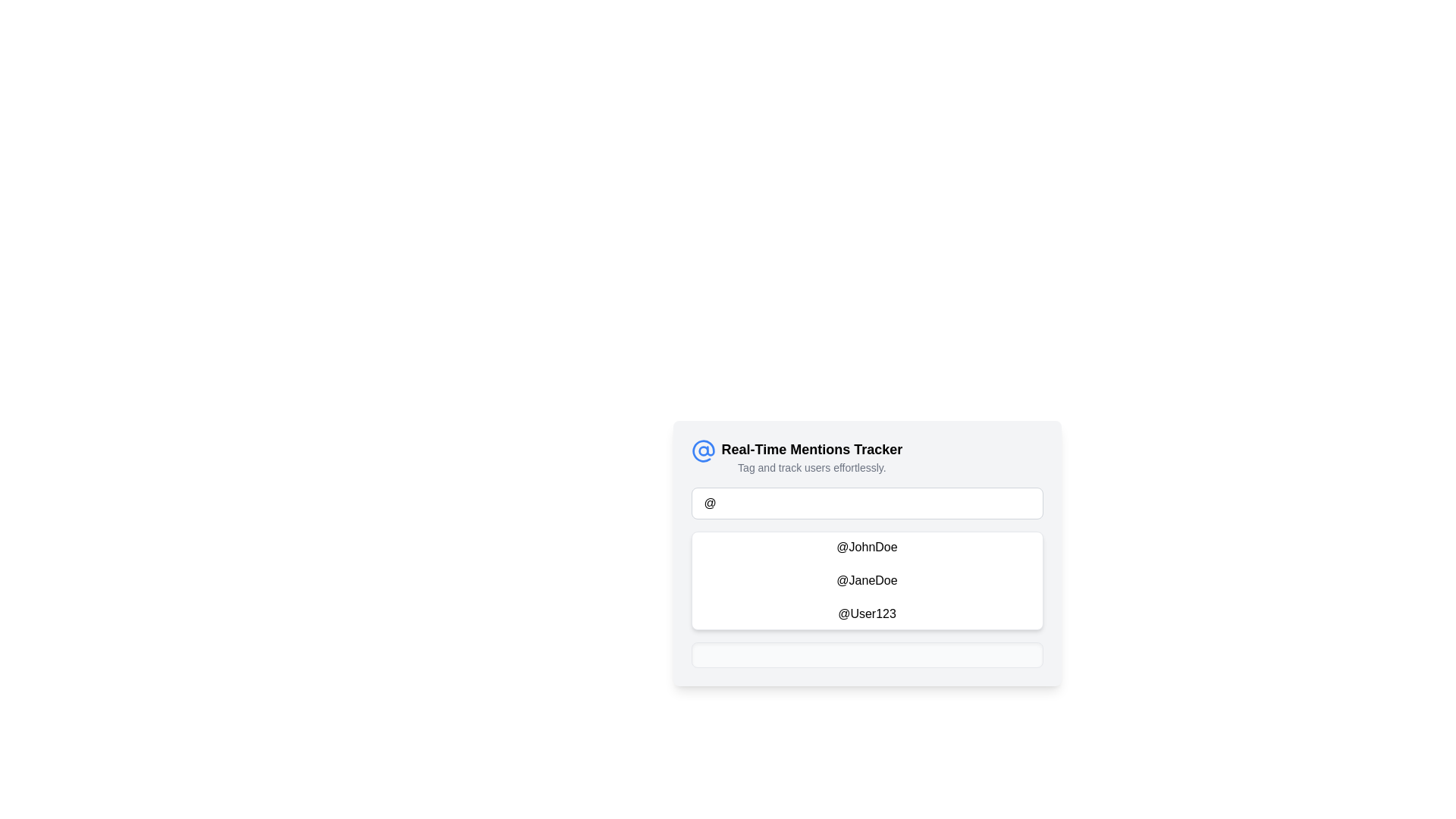  Describe the element at coordinates (867, 614) in the screenshot. I see `the text label displaying '@User123' in bold black font` at that location.